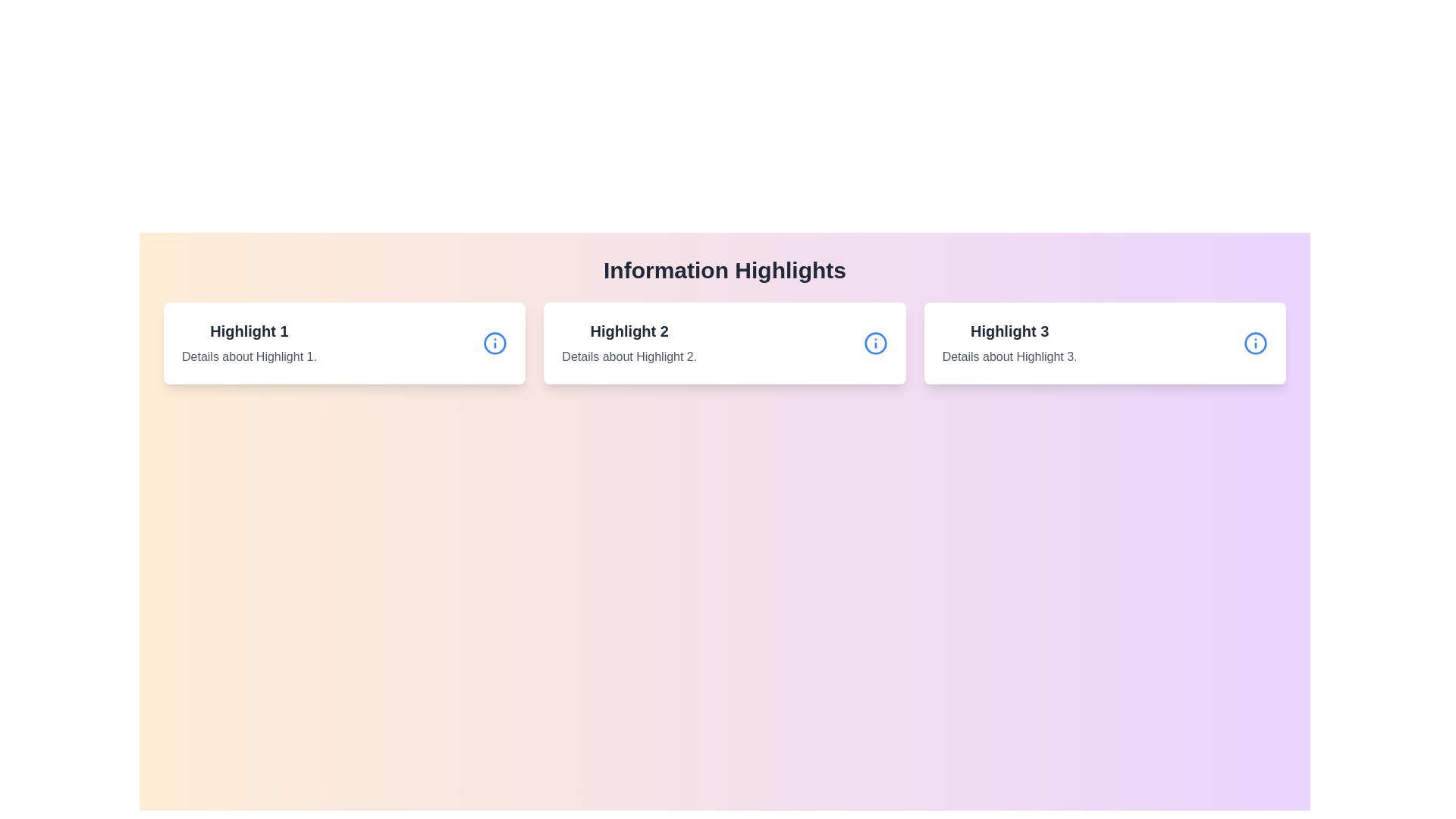  Describe the element at coordinates (1009, 330) in the screenshot. I see `text of the bold label titled 'Highlight 3' located at the top of the third card in a row of three cards` at that location.